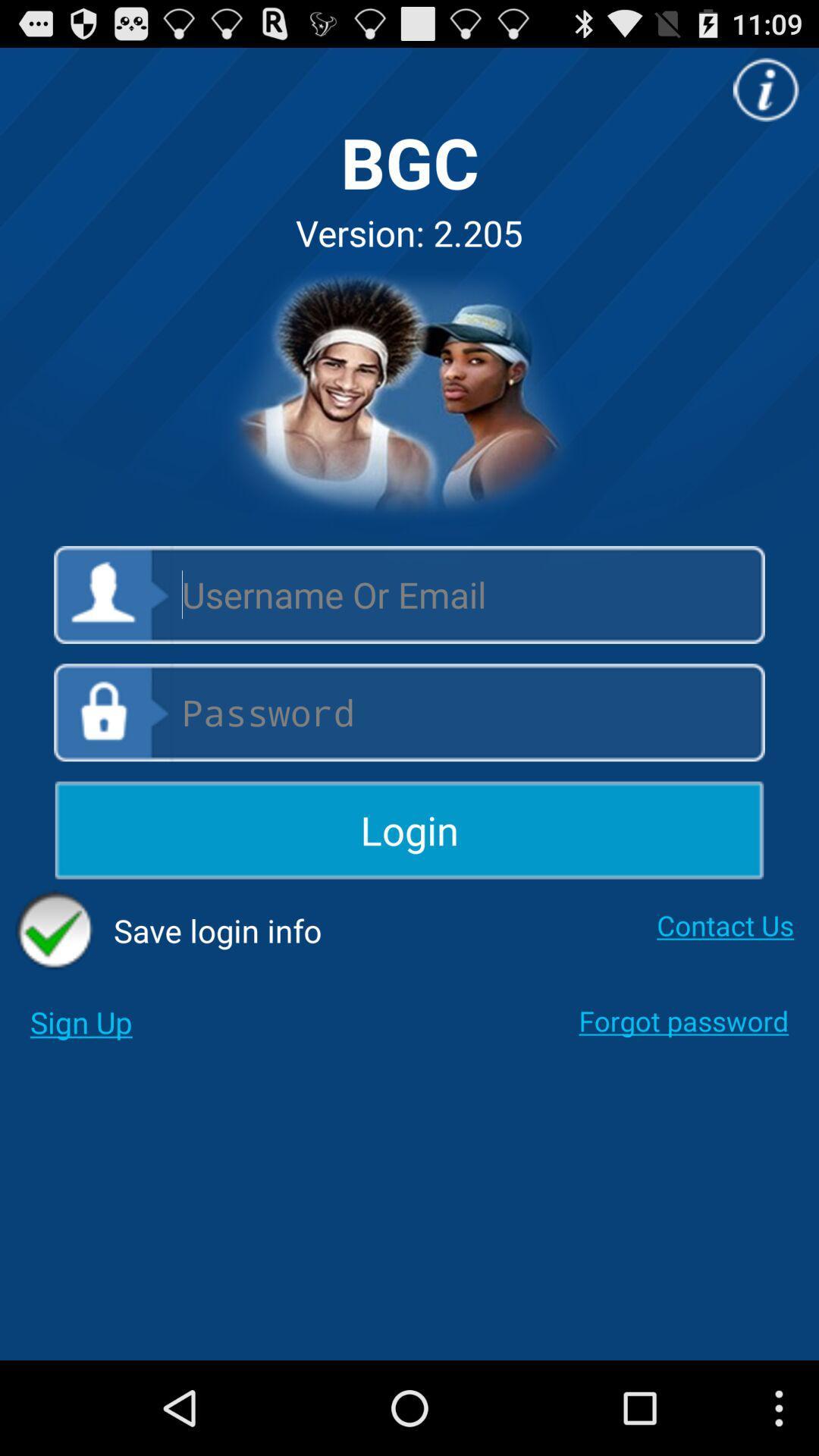  I want to click on the item above the sign up, so click(168, 930).